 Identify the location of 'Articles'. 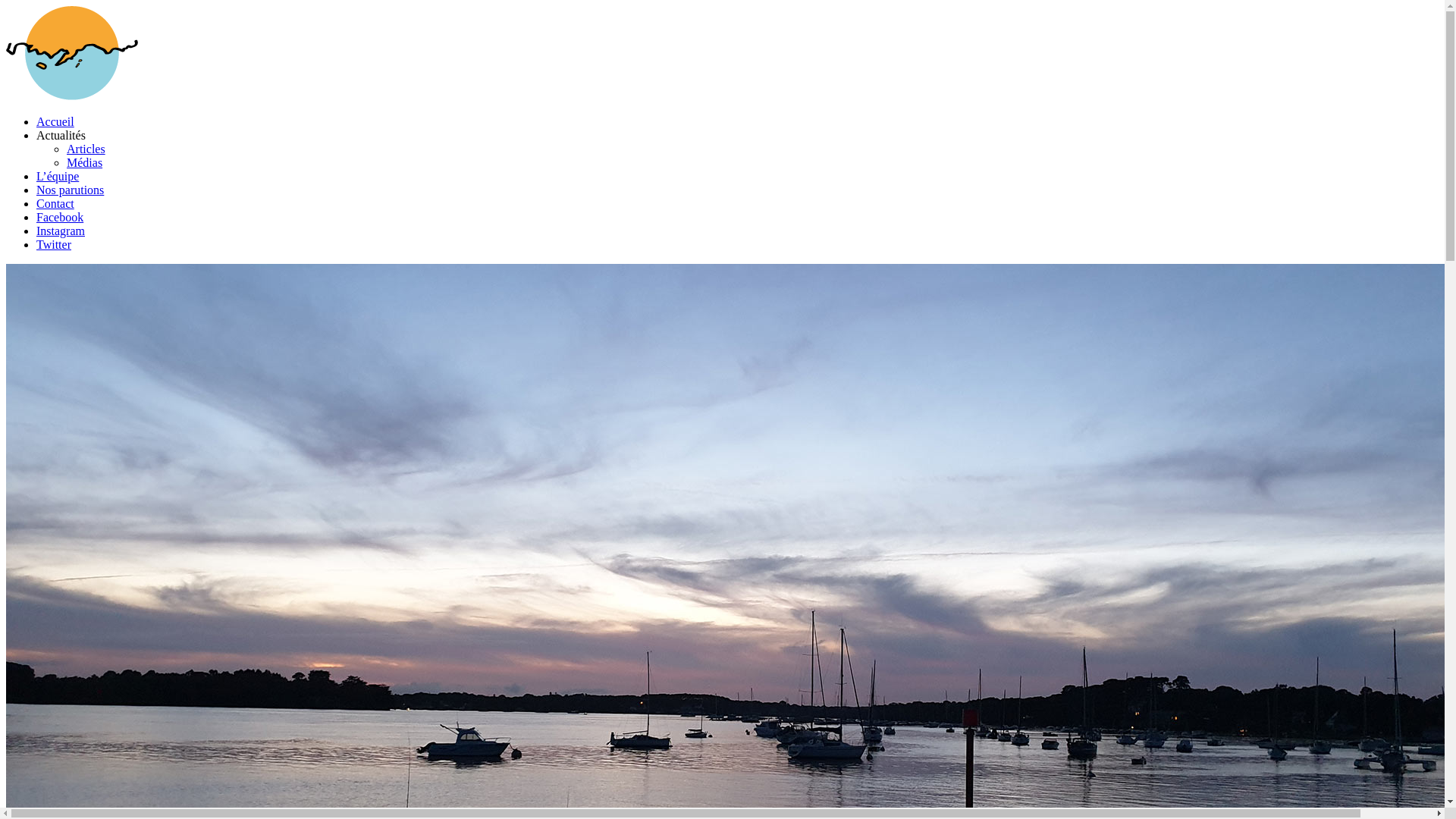
(85, 149).